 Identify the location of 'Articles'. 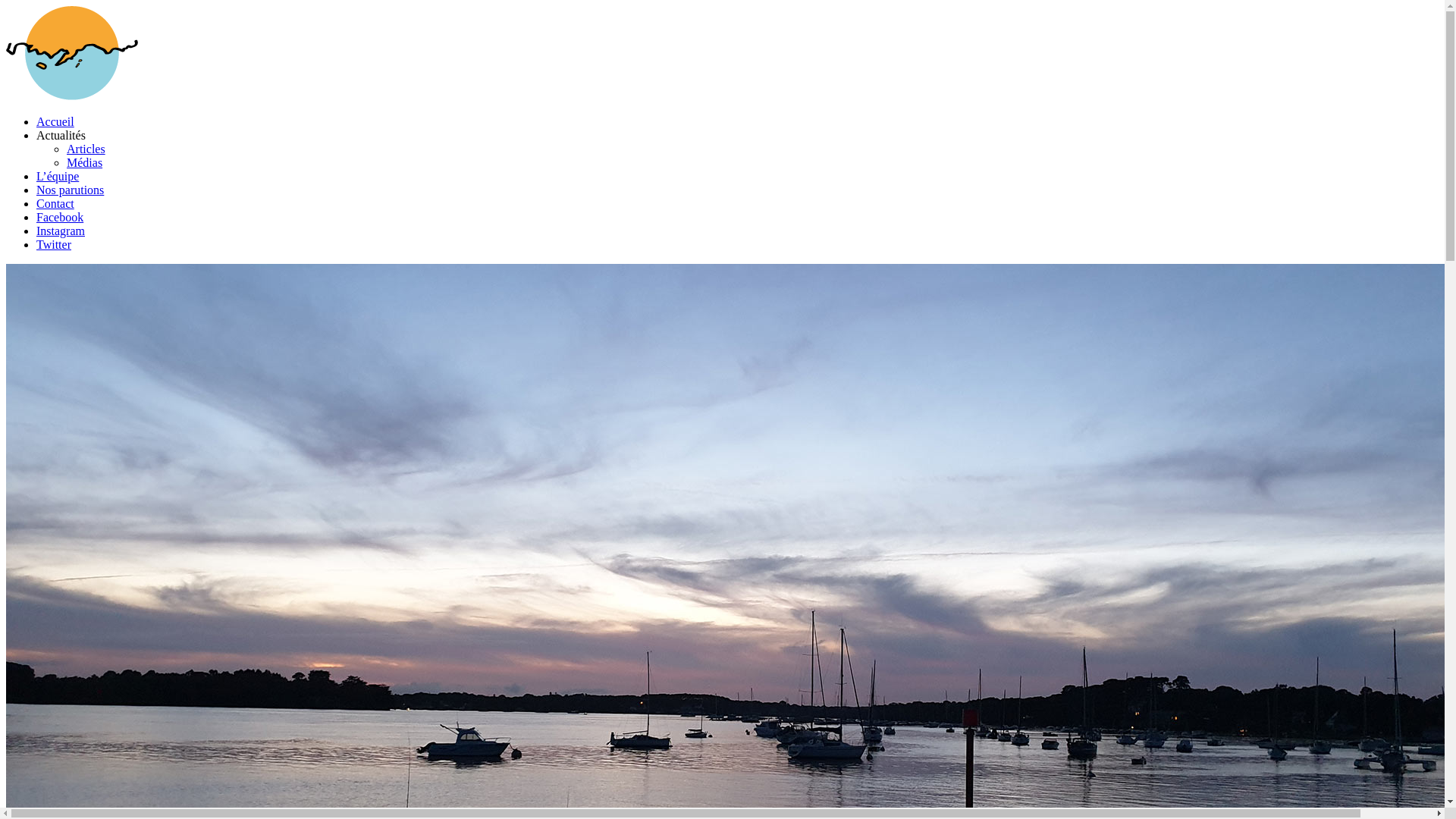
(85, 149).